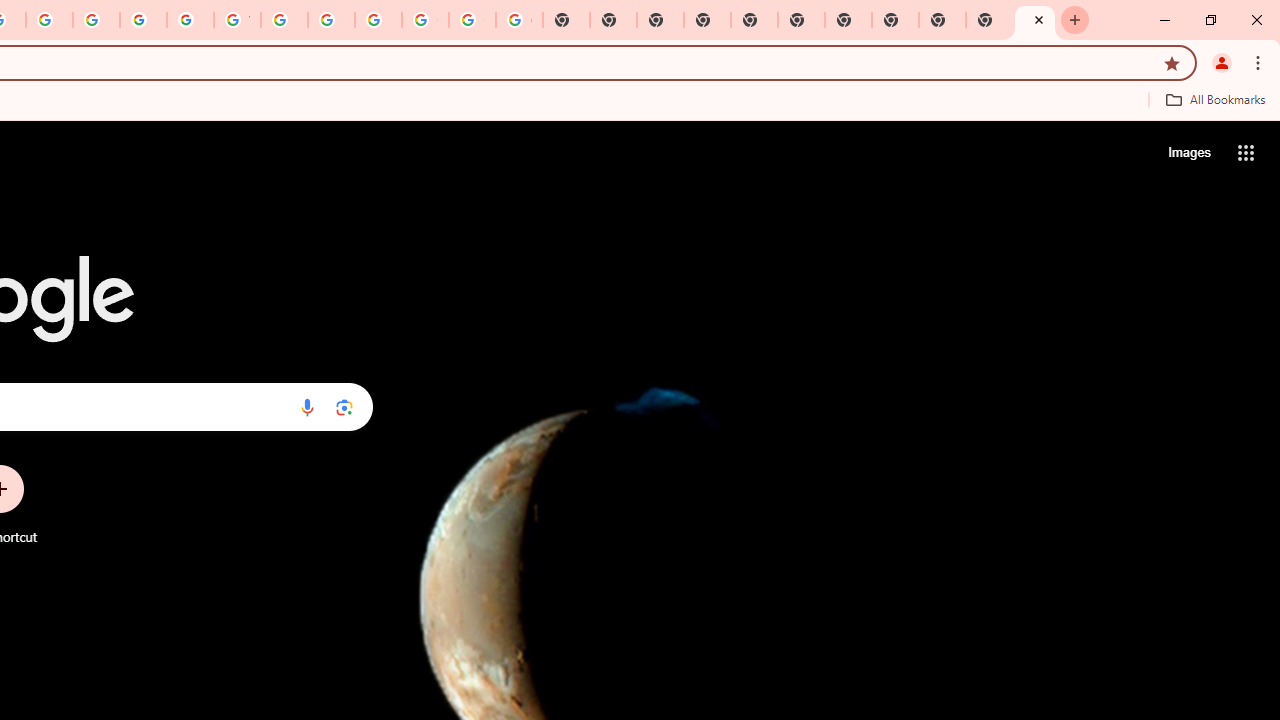 The image size is (1280, 720). Describe the element at coordinates (1035, 20) in the screenshot. I see `'New Tab'` at that location.